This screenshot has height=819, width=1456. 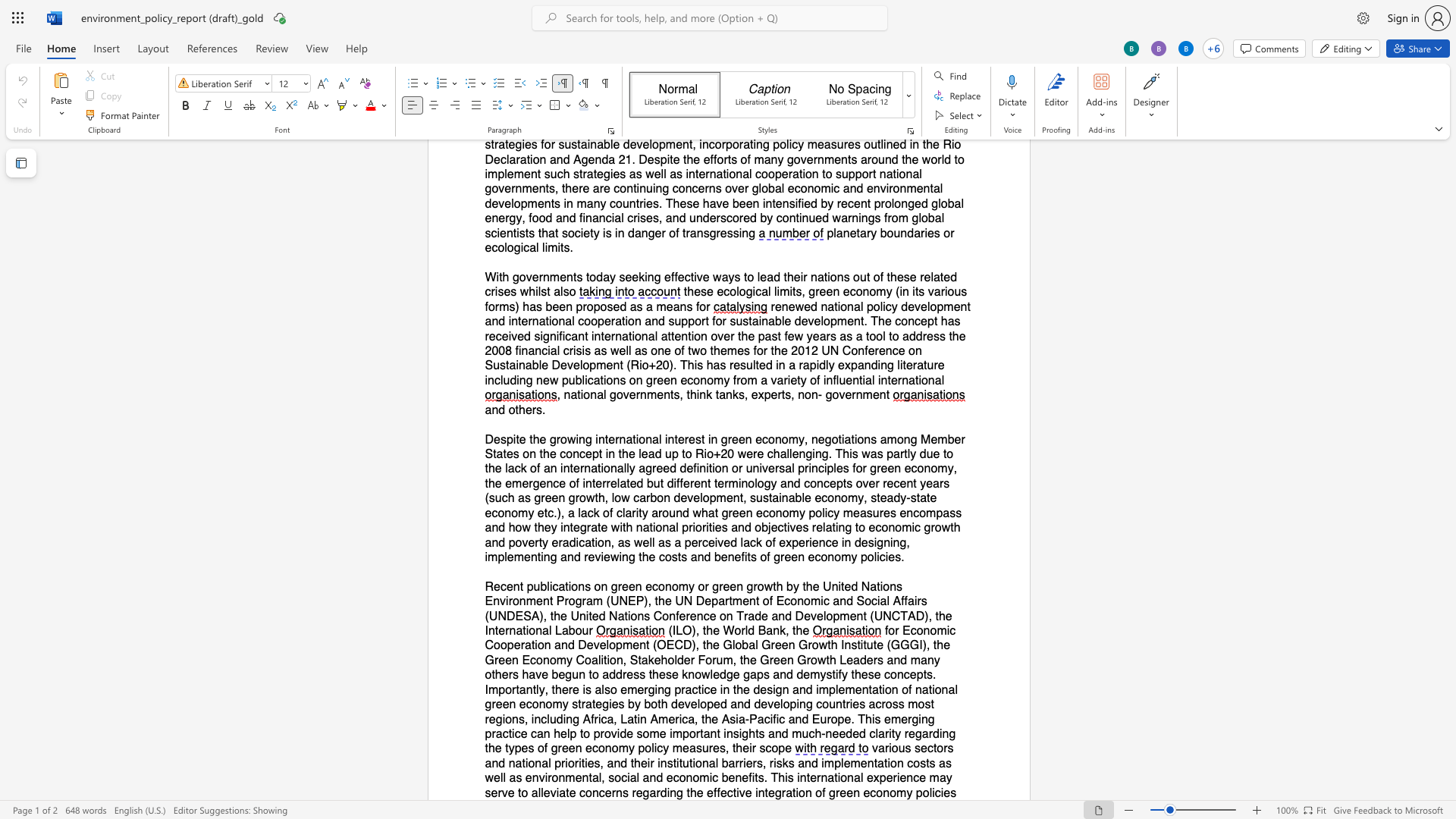 I want to click on the space between the continuous character "a" and "n" in the text, so click(x=649, y=778).